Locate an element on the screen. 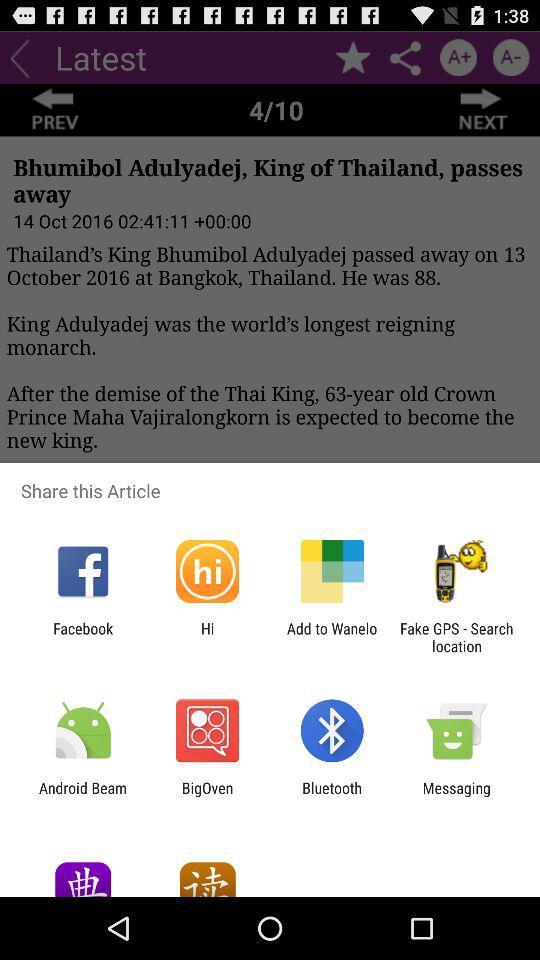 This screenshot has width=540, height=960. the app next to bluetooth is located at coordinates (456, 796).